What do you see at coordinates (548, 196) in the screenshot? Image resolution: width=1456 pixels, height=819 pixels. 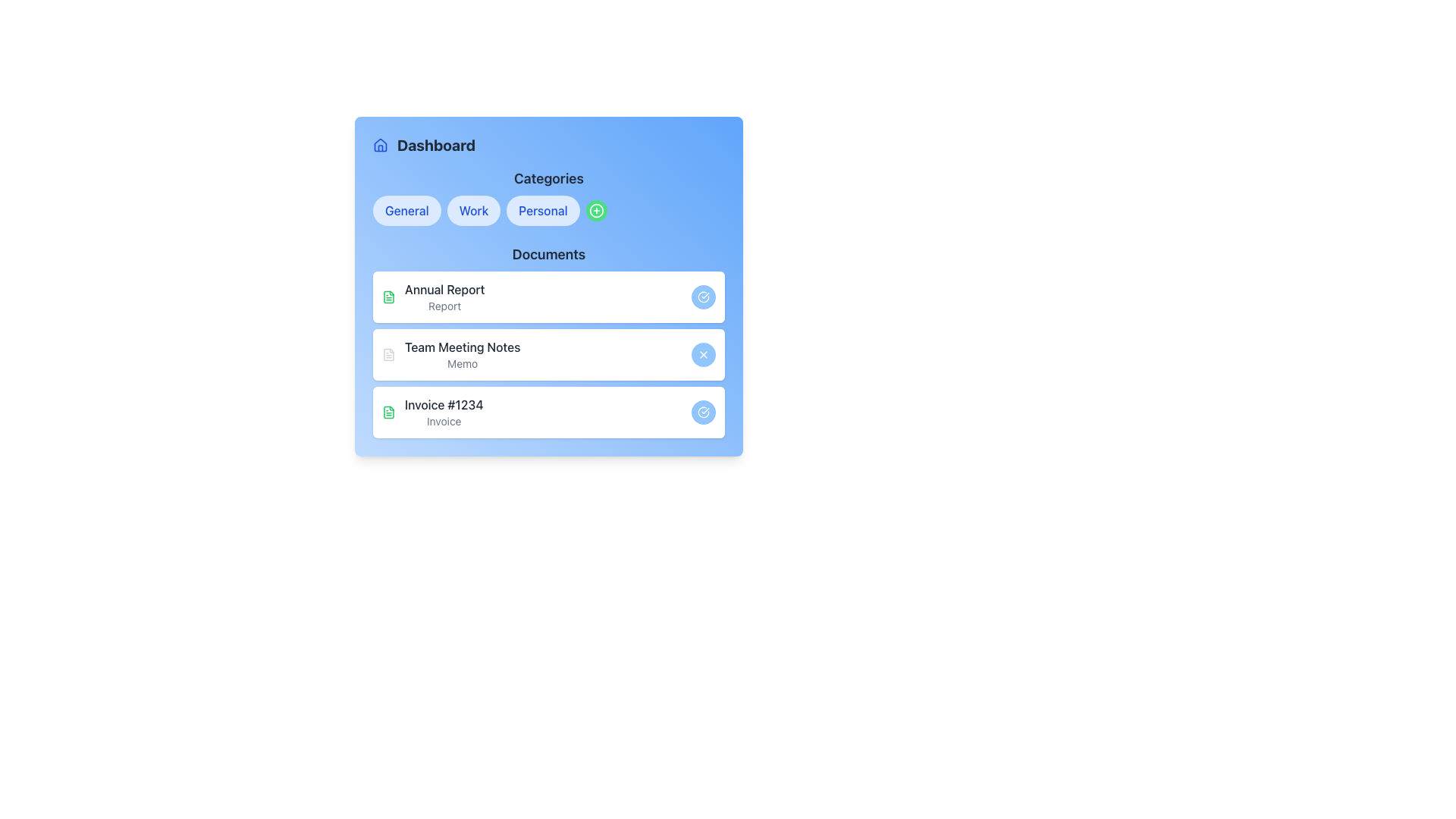 I see `the green circular button with a plus icon in the categorized navigation component labeled 'Categories'` at bounding box center [548, 196].